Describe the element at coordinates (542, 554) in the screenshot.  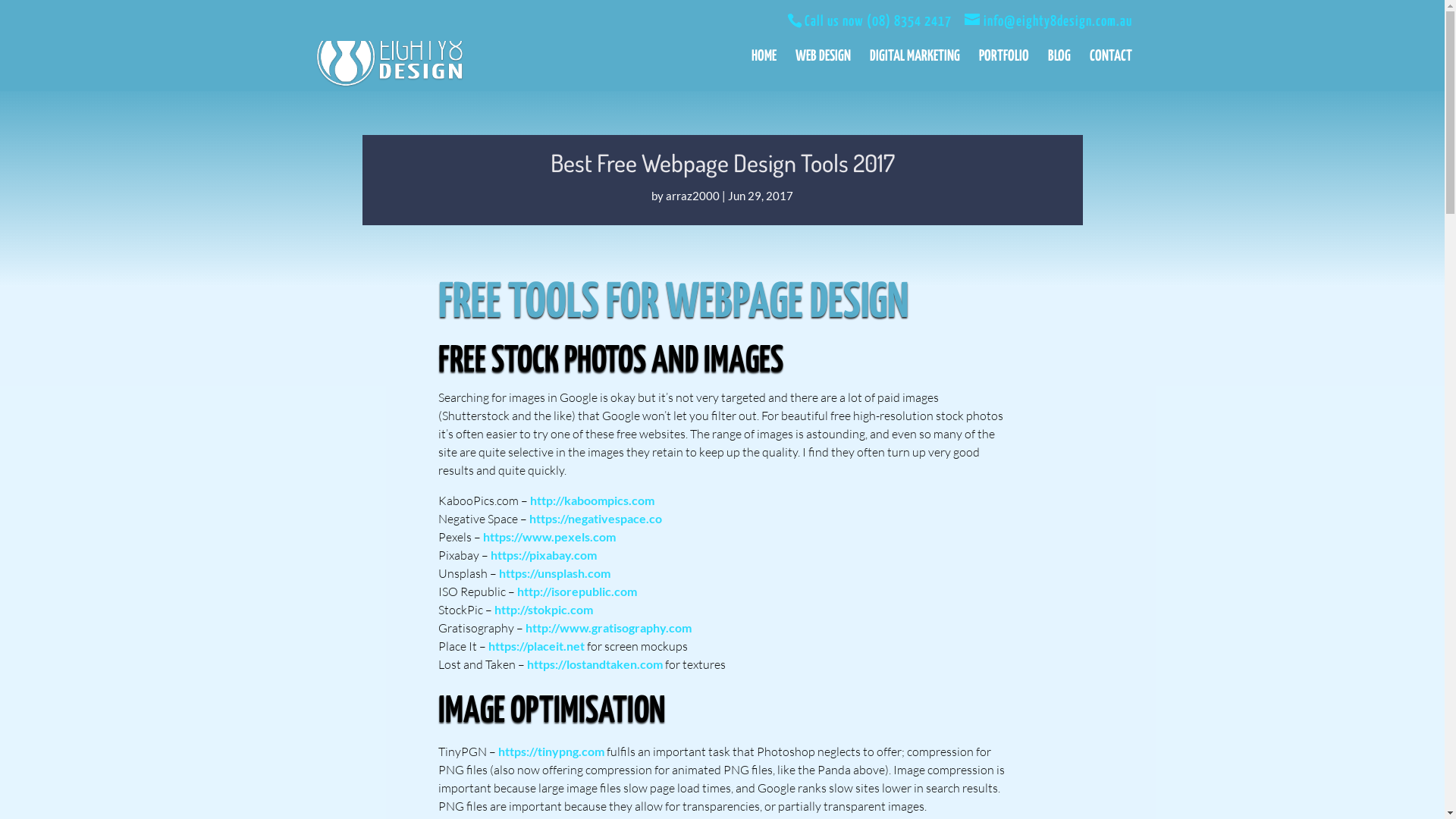
I see `'https://pixabay.com'` at that location.